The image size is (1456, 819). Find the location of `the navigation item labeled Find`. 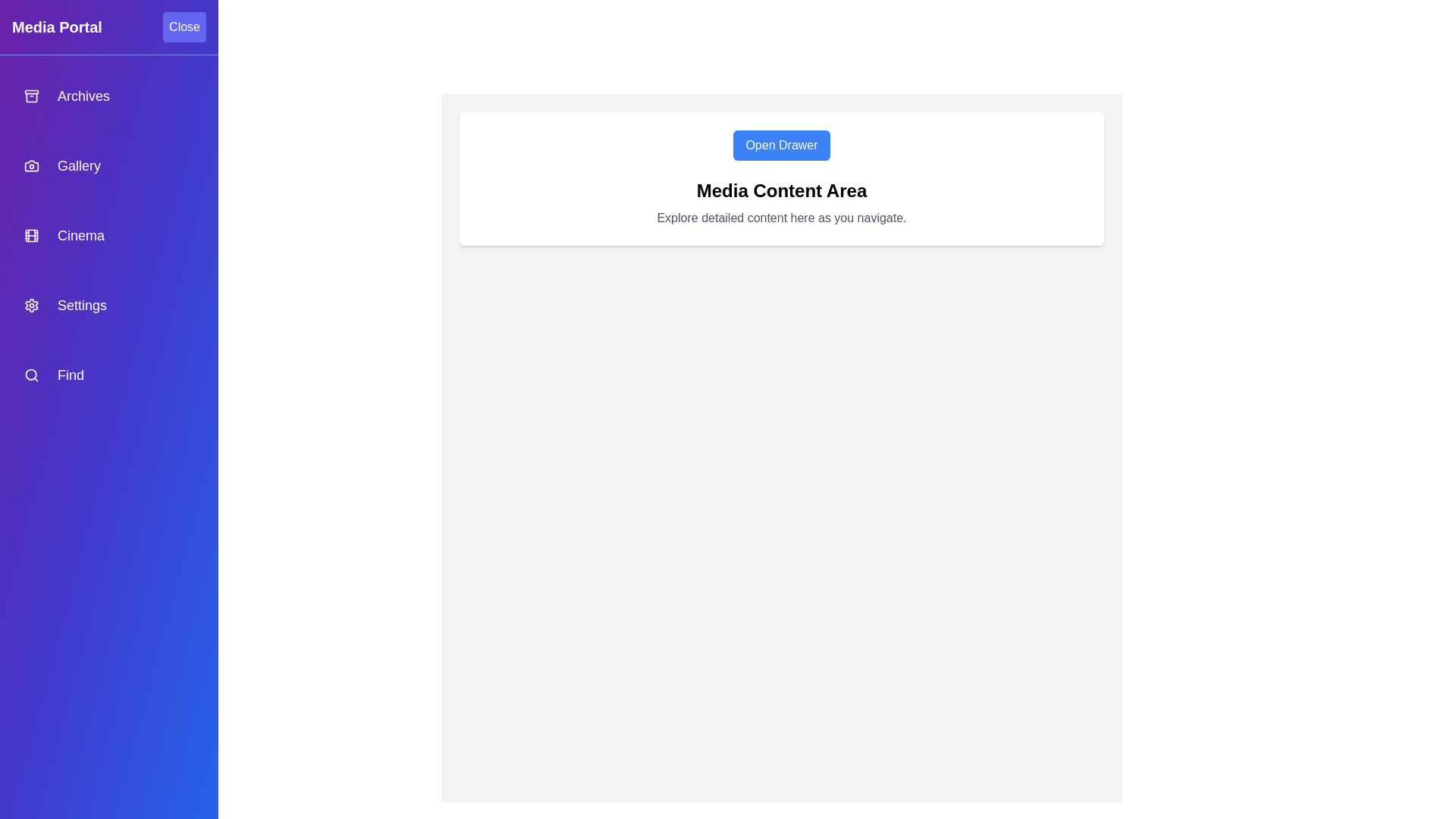

the navigation item labeled Find is located at coordinates (108, 375).